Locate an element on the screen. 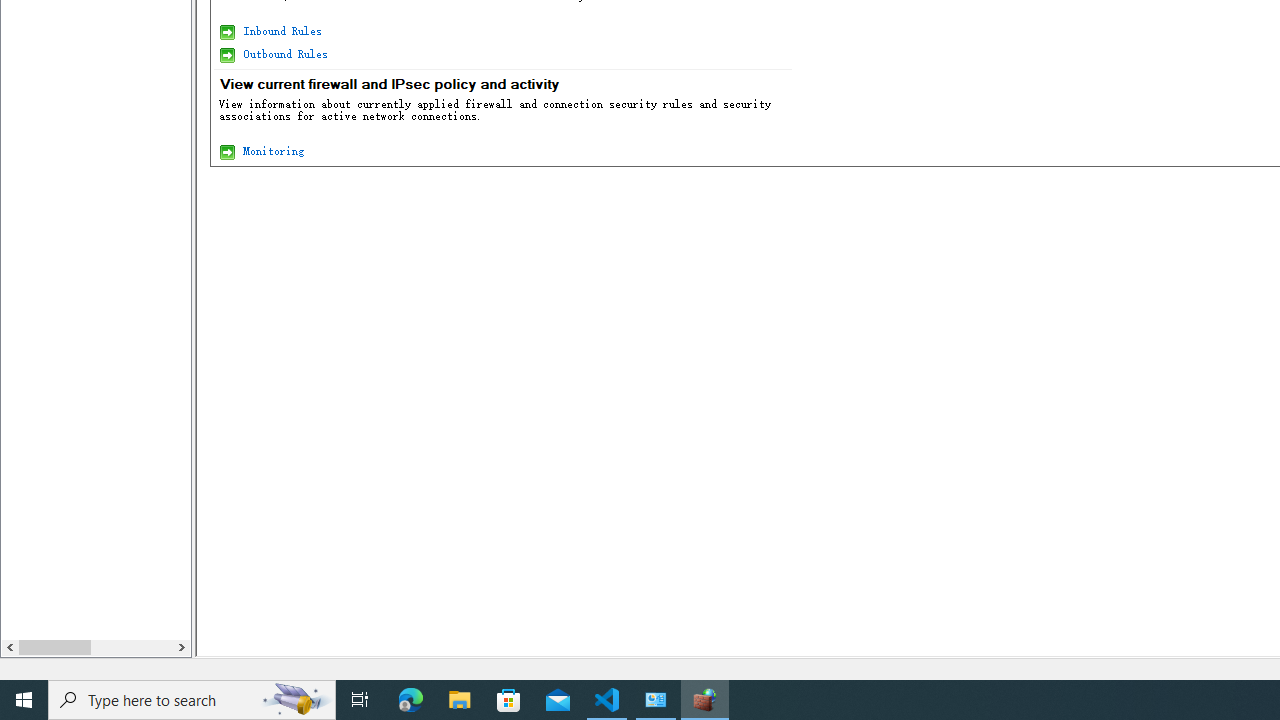 This screenshot has width=1280, height=720. 'Column right' is located at coordinates (181, 647).